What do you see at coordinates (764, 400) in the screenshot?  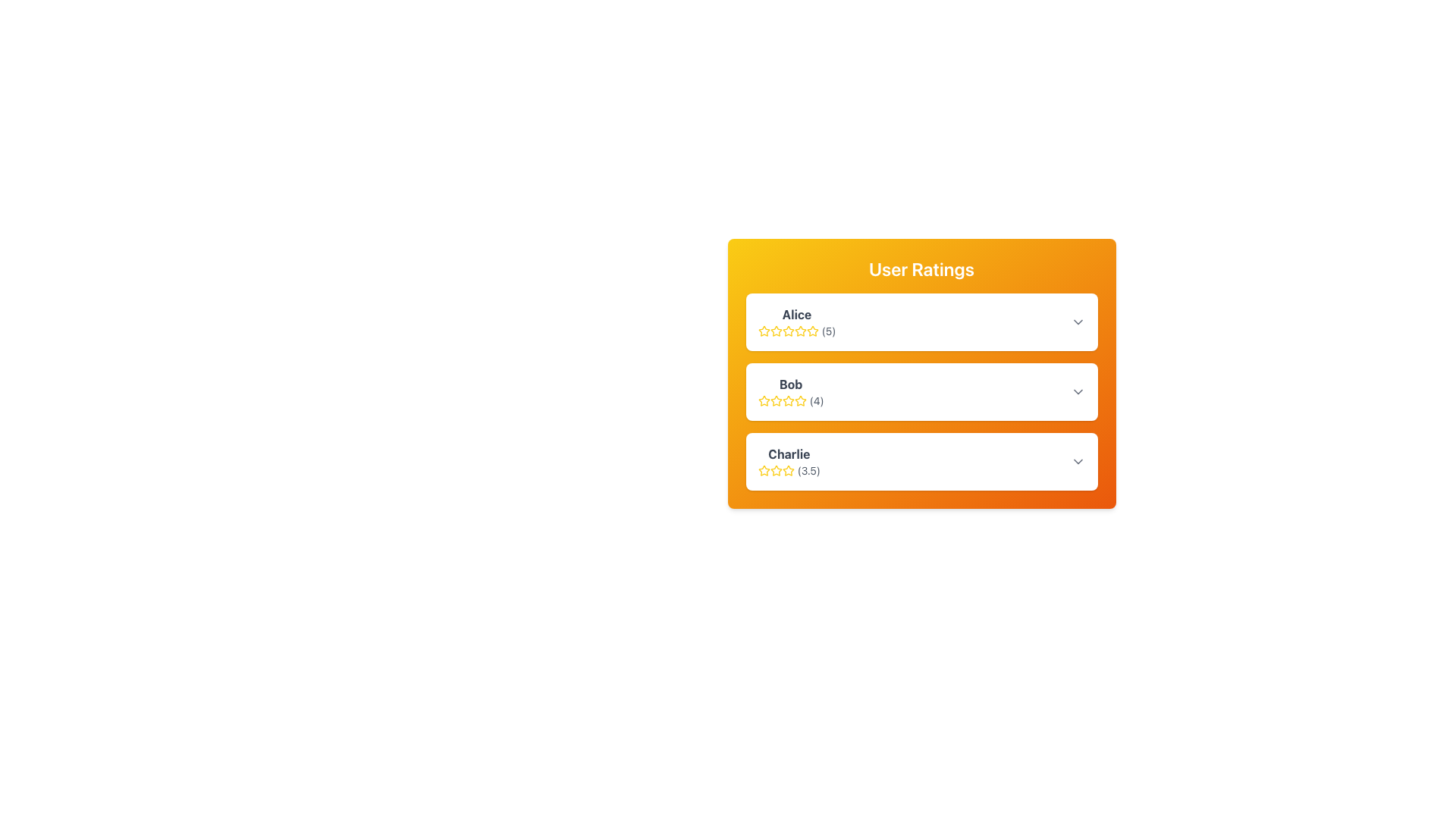 I see `the first yellow outlined star in the 5-star rating widget associated with Bob to interact with it` at bounding box center [764, 400].